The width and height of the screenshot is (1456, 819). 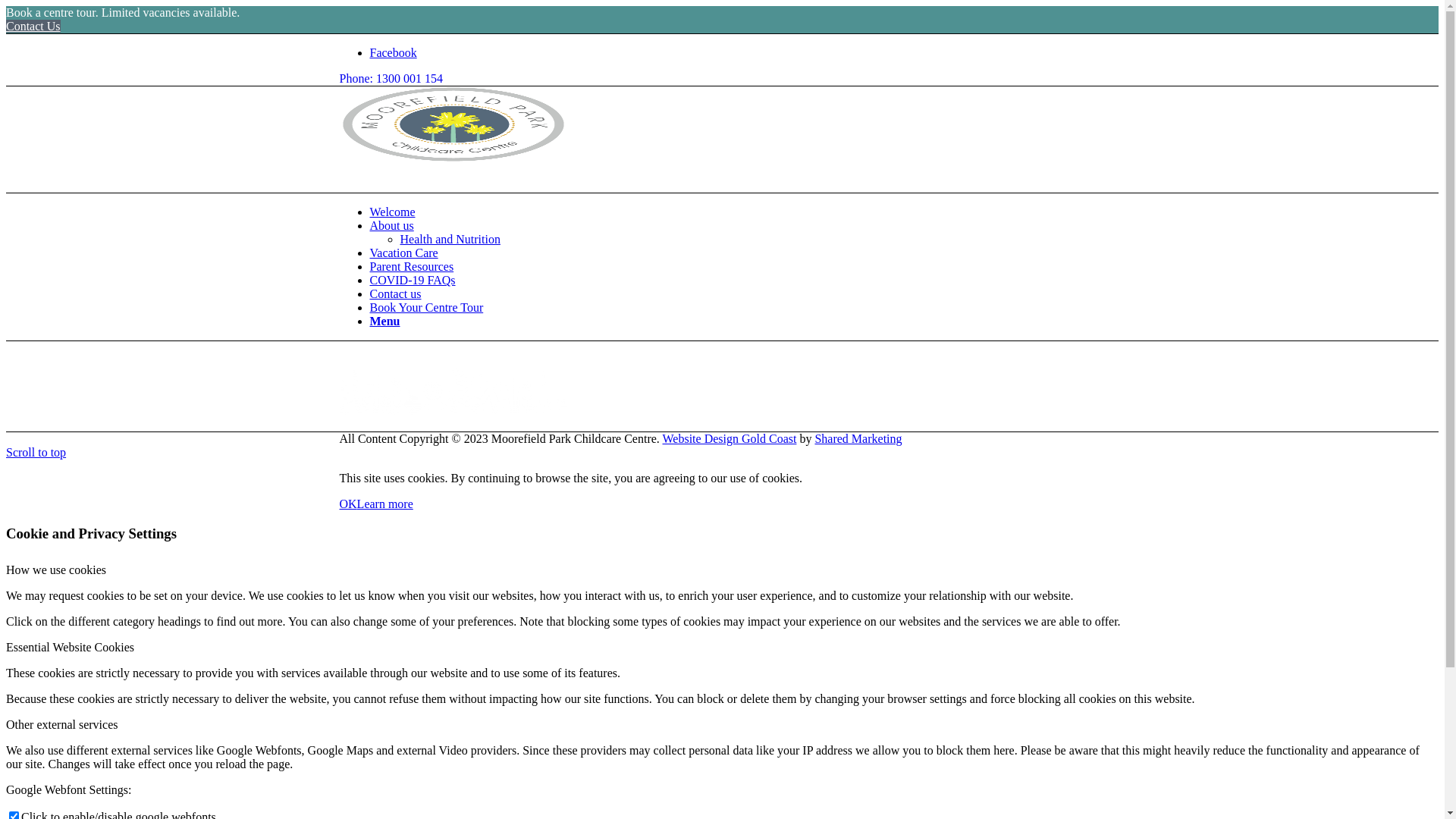 What do you see at coordinates (450, 239) in the screenshot?
I see `'Health and Nutrition'` at bounding box center [450, 239].